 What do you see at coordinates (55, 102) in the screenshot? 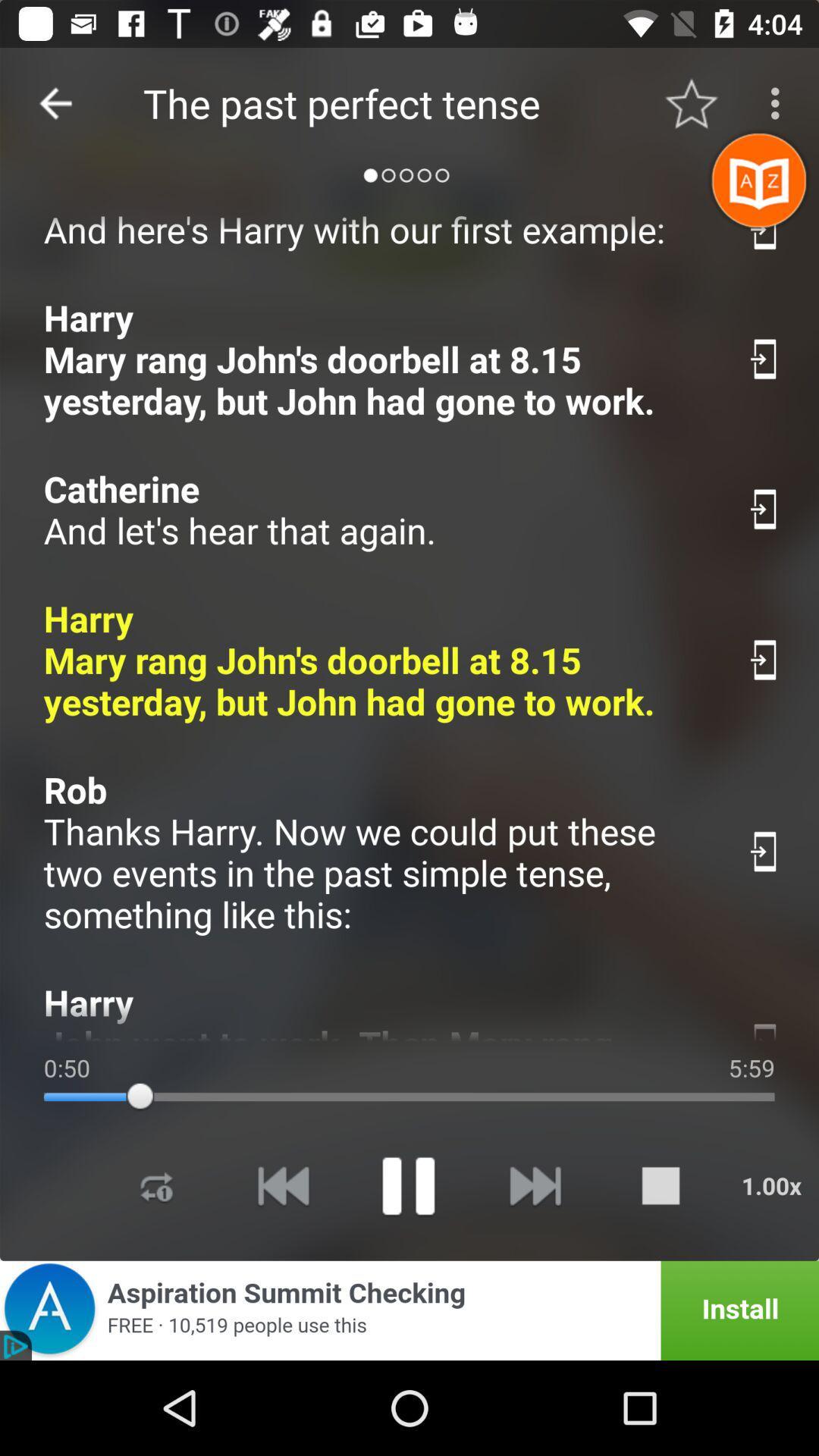
I see `go back` at bounding box center [55, 102].